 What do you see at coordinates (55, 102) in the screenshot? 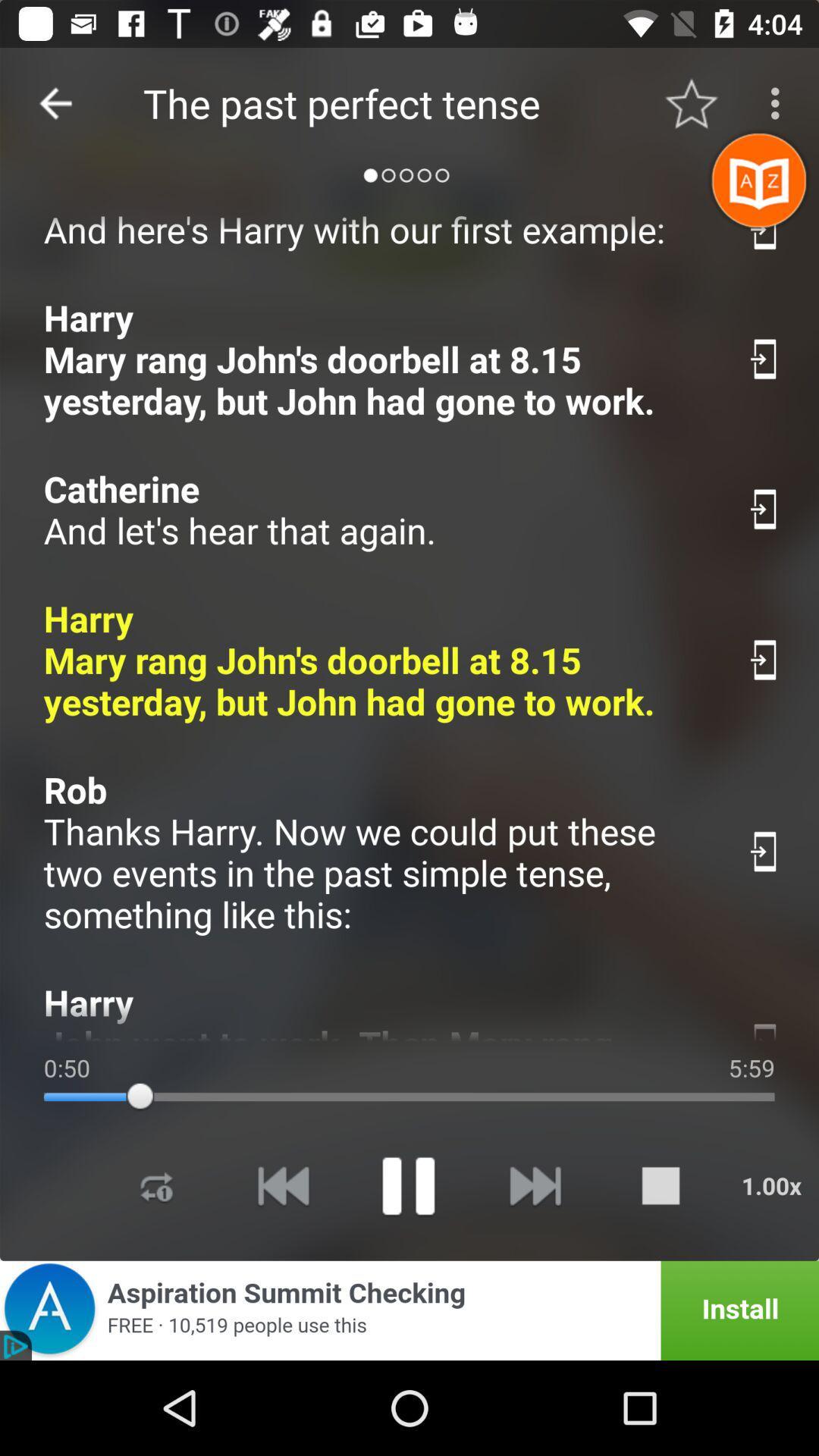
I see `go back` at bounding box center [55, 102].